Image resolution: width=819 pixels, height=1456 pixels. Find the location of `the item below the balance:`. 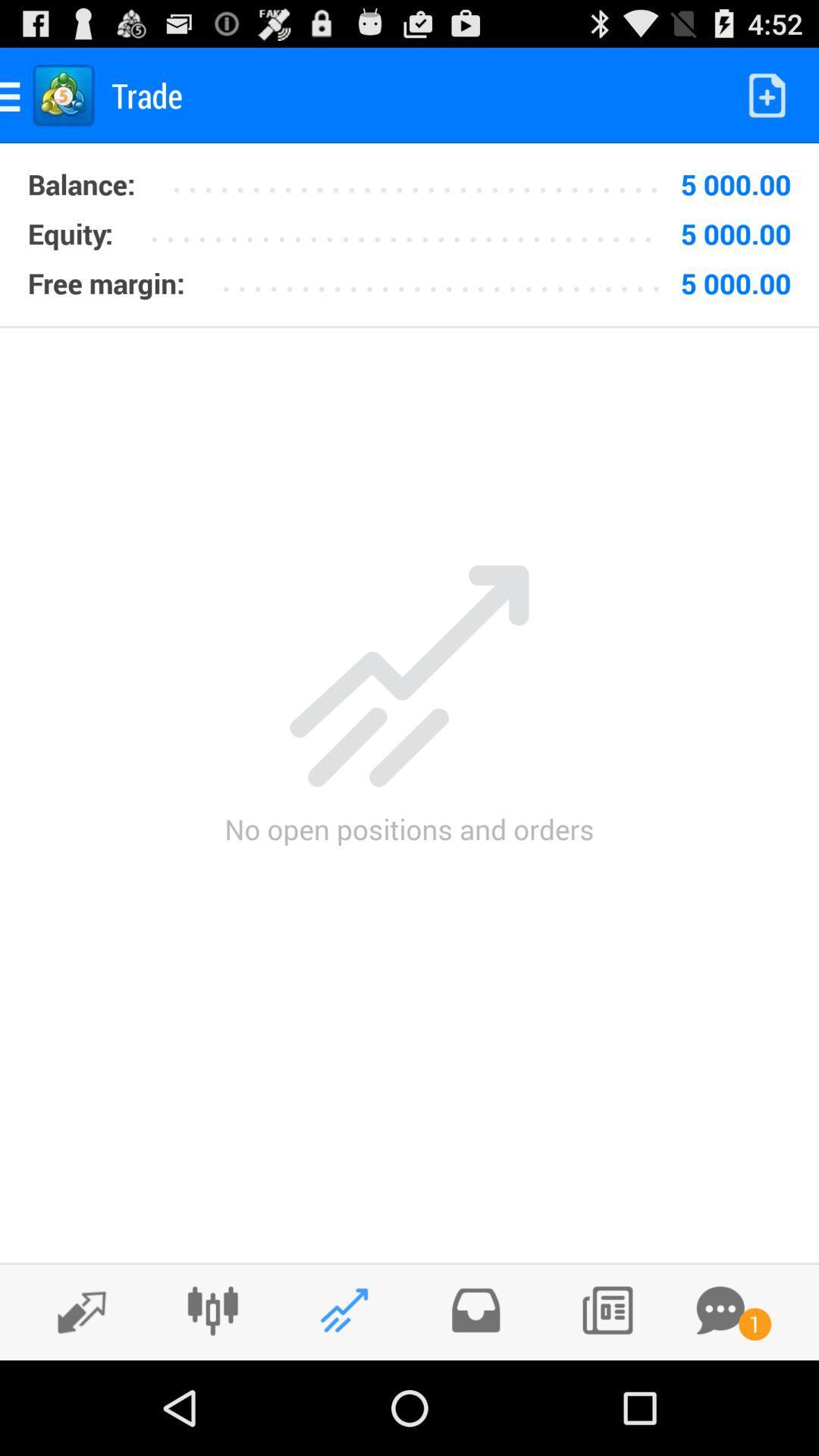

the item below the balance: is located at coordinates (410, 227).